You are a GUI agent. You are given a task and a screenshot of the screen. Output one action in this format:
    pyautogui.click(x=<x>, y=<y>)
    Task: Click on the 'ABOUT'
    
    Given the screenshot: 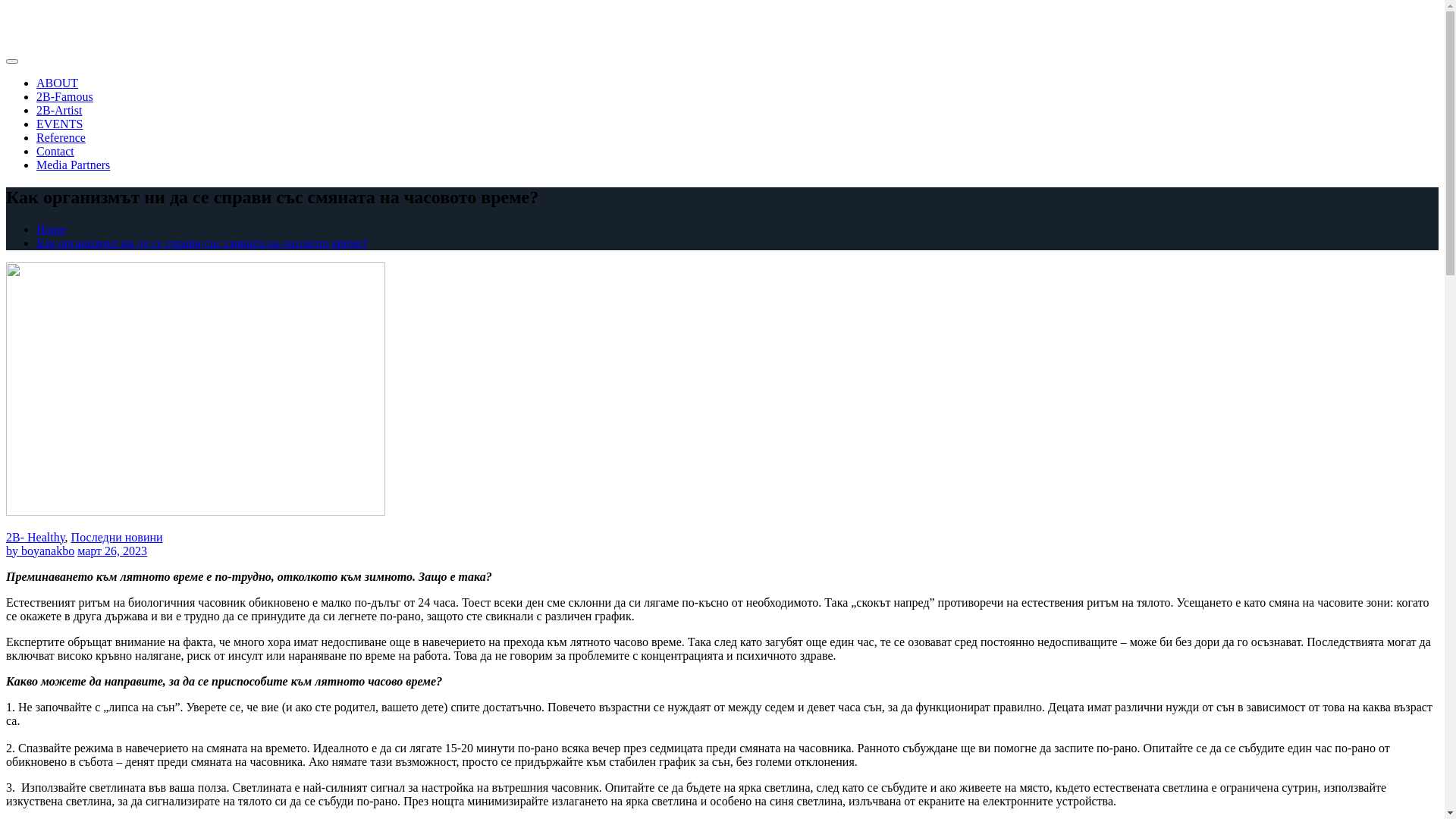 What is the action you would take?
    pyautogui.click(x=36, y=83)
    